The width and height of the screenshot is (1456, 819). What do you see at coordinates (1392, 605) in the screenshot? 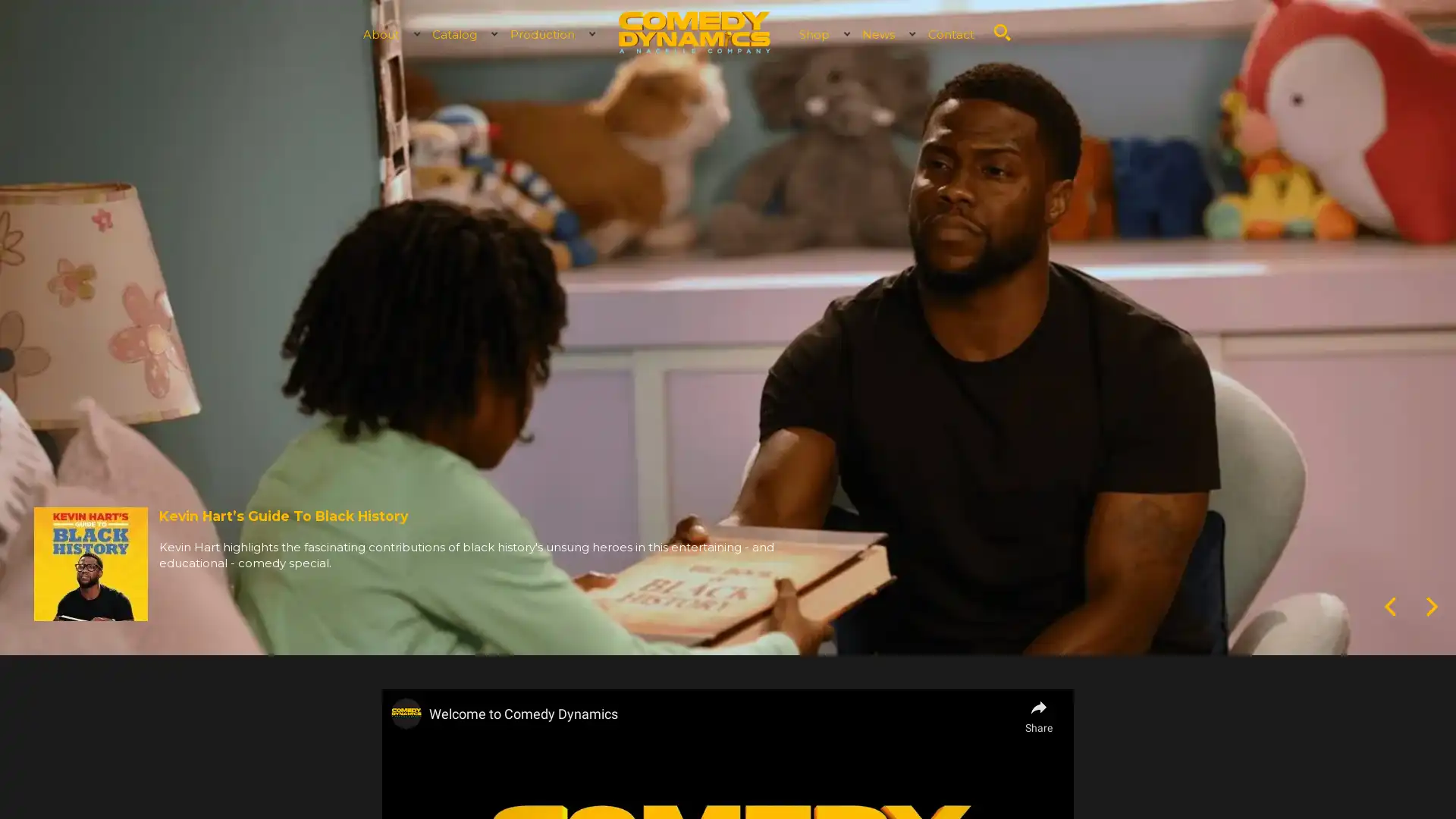
I see `Previous` at bounding box center [1392, 605].